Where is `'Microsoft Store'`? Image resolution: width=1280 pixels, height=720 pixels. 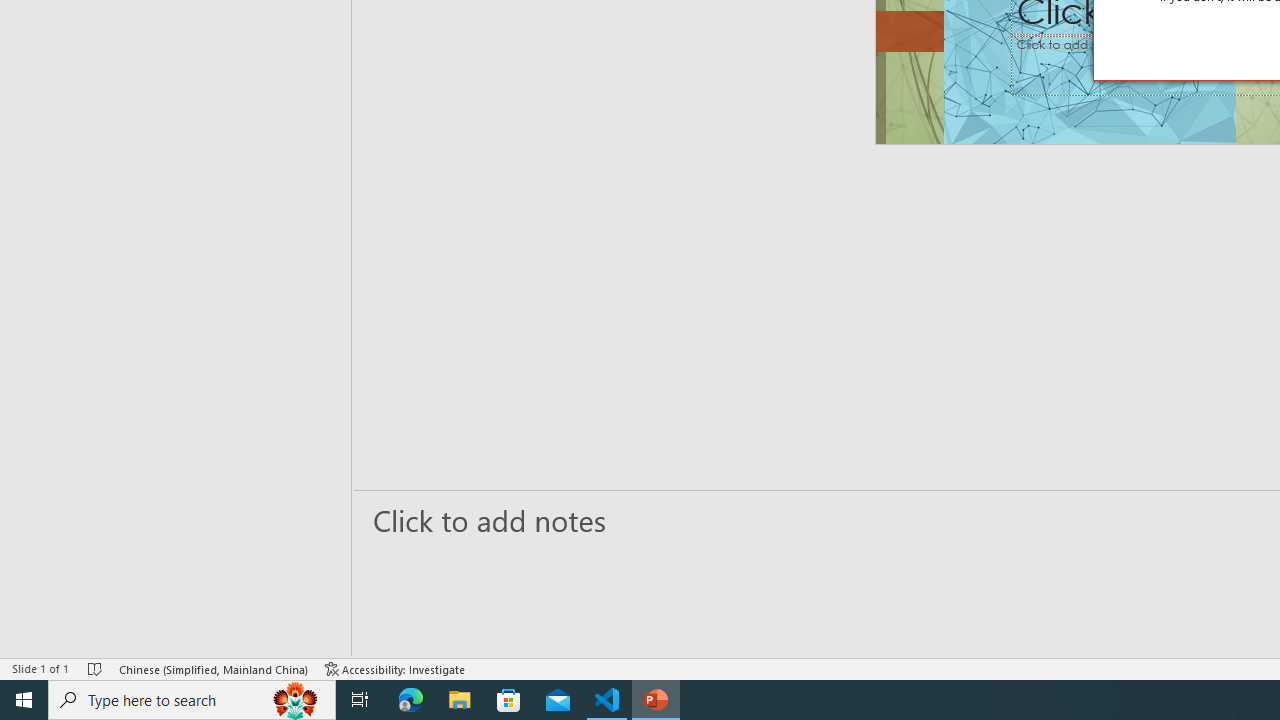 'Microsoft Store' is located at coordinates (509, 698).